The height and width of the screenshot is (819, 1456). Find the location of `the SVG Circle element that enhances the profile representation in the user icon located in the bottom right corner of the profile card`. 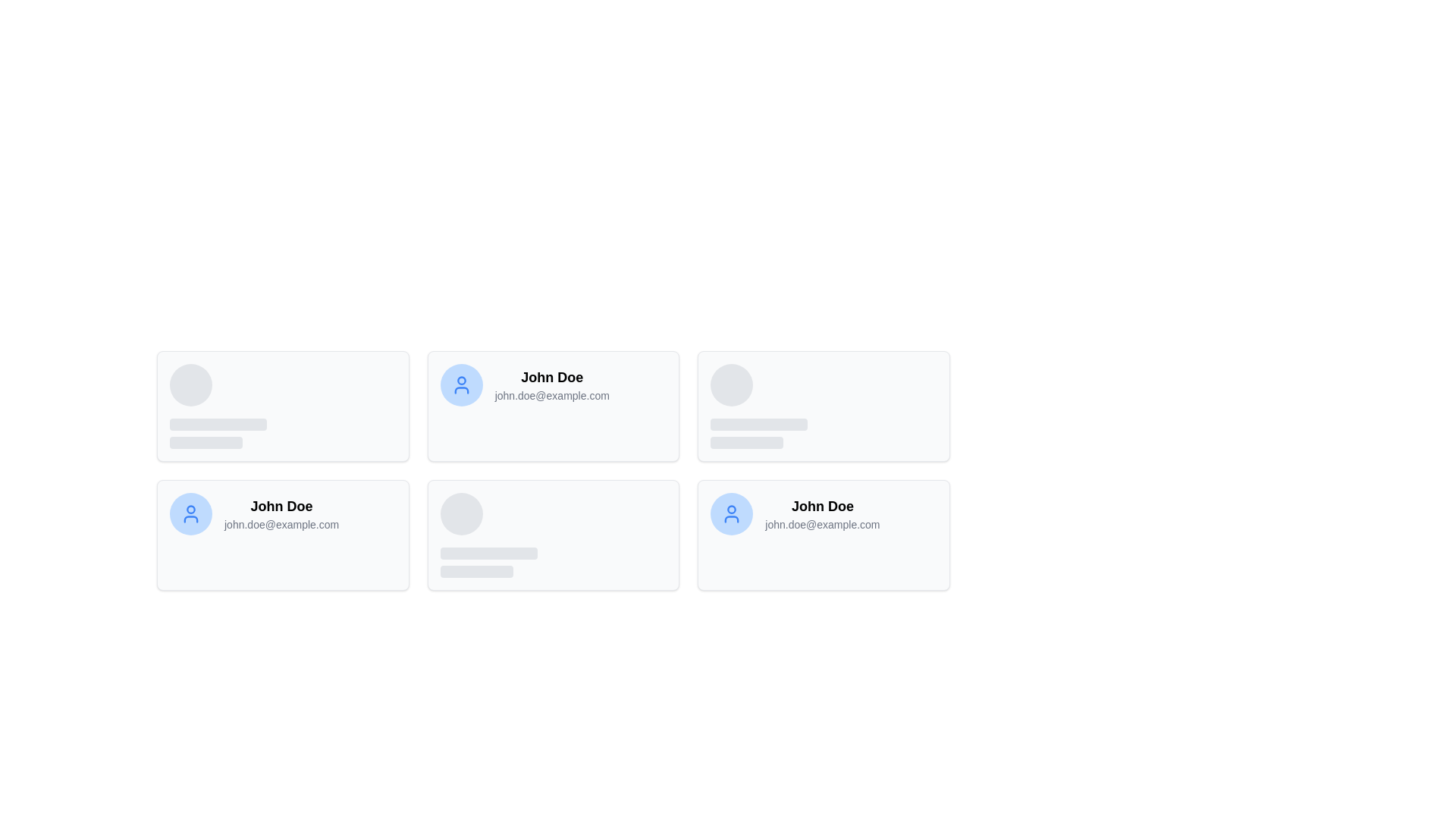

the SVG Circle element that enhances the profile representation in the user icon located in the bottom right corner of the profile card is located at coordinates (732, 510).